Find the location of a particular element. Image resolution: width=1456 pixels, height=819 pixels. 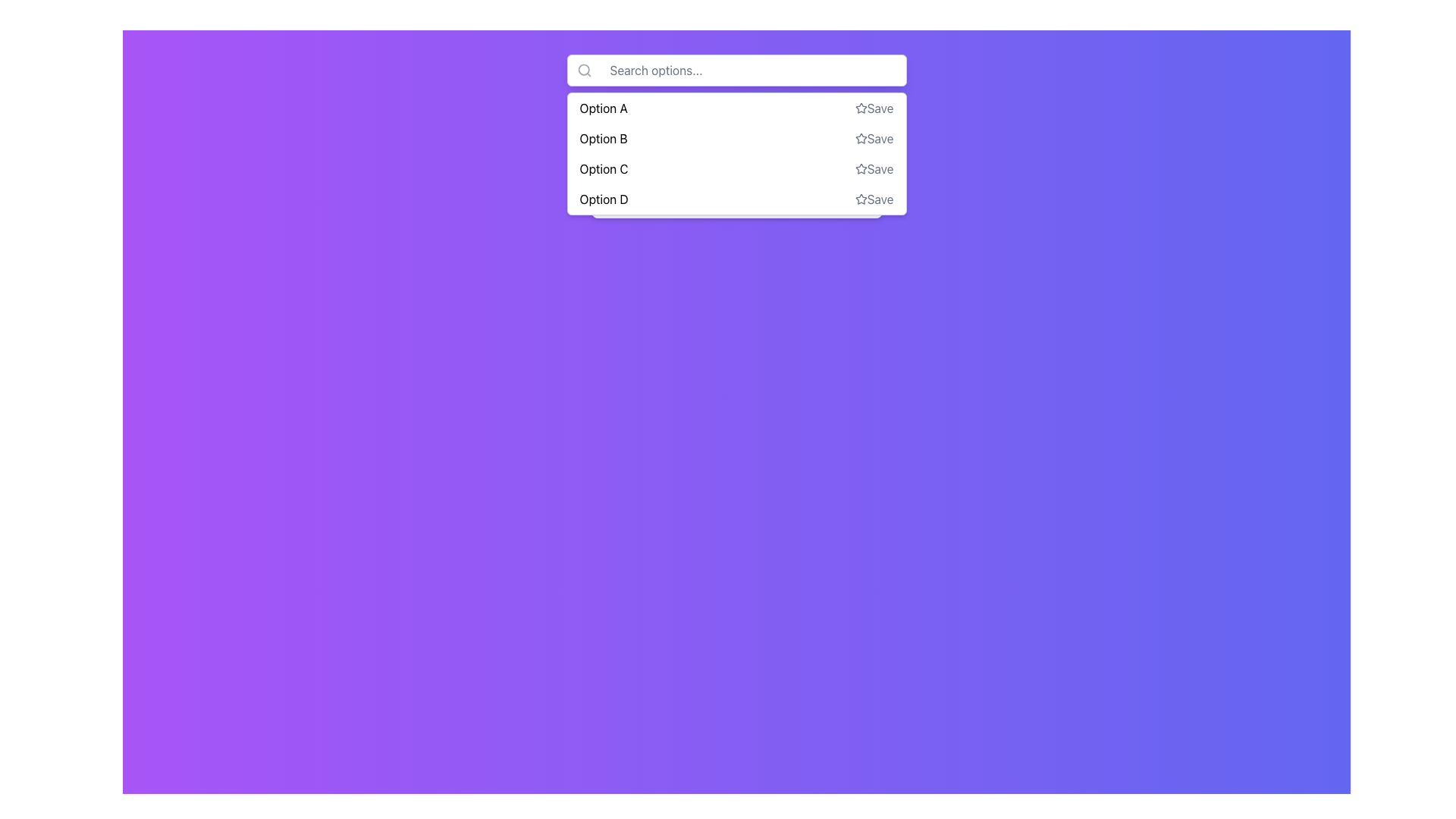

the search icon located at the far-left position of the horizontal search input bar to focus the adjacent search input field is located at coordinates (583, 70).